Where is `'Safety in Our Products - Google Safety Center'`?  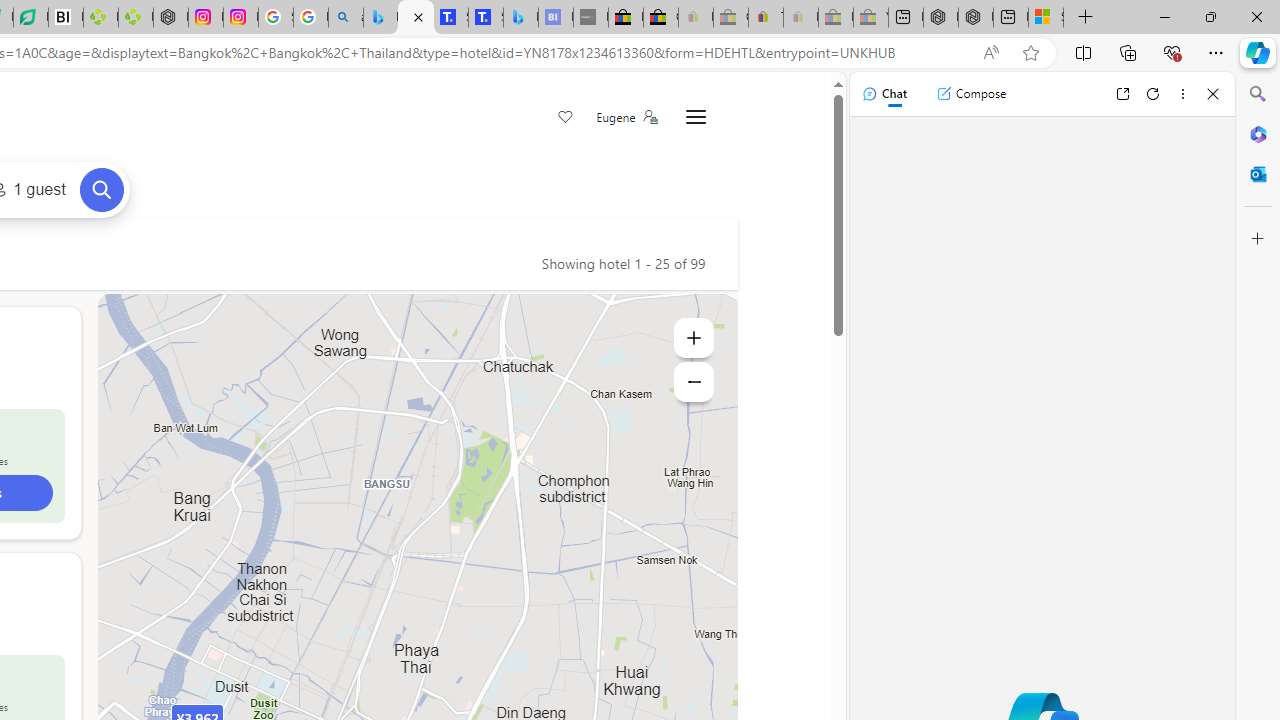
'Safety in Our Products - Google Safety Center' is located at coordinates (274, 17).